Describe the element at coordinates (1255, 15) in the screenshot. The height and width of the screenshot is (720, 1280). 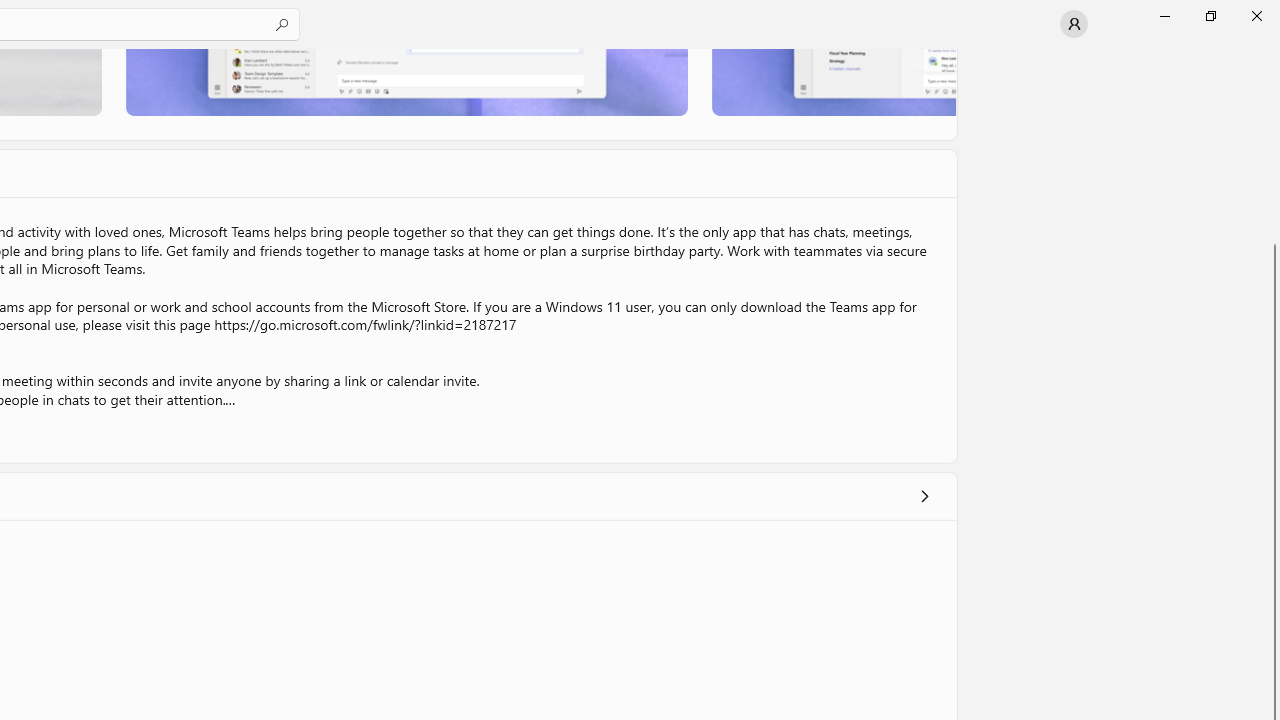
I see `'Close Microsoft Store'` at that location.